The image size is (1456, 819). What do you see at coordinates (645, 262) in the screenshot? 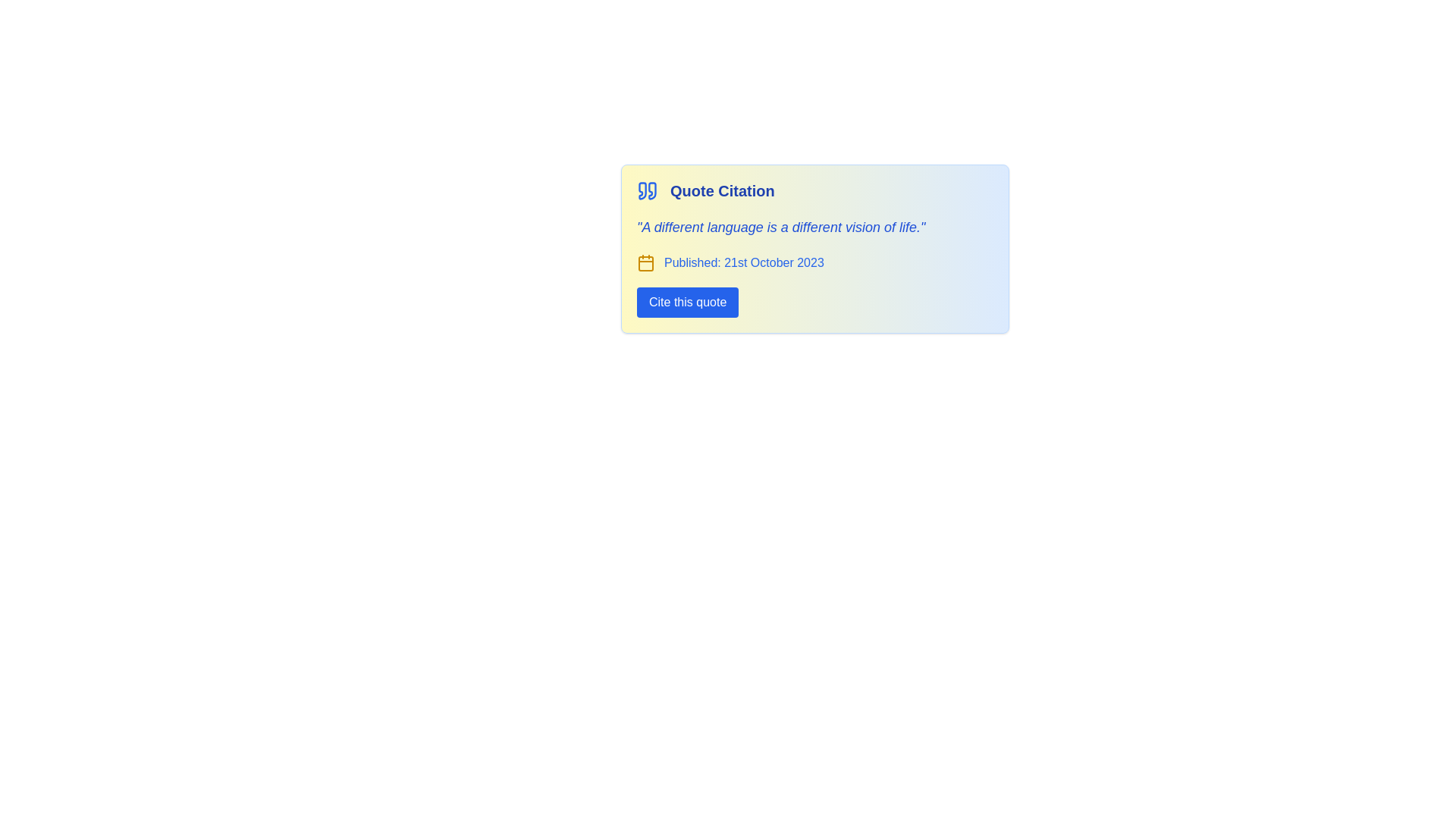
I see `the decorative calendar icon located to the left of the publication date text 'Published: 21st October 2023'` at bounding box center [645, 262].